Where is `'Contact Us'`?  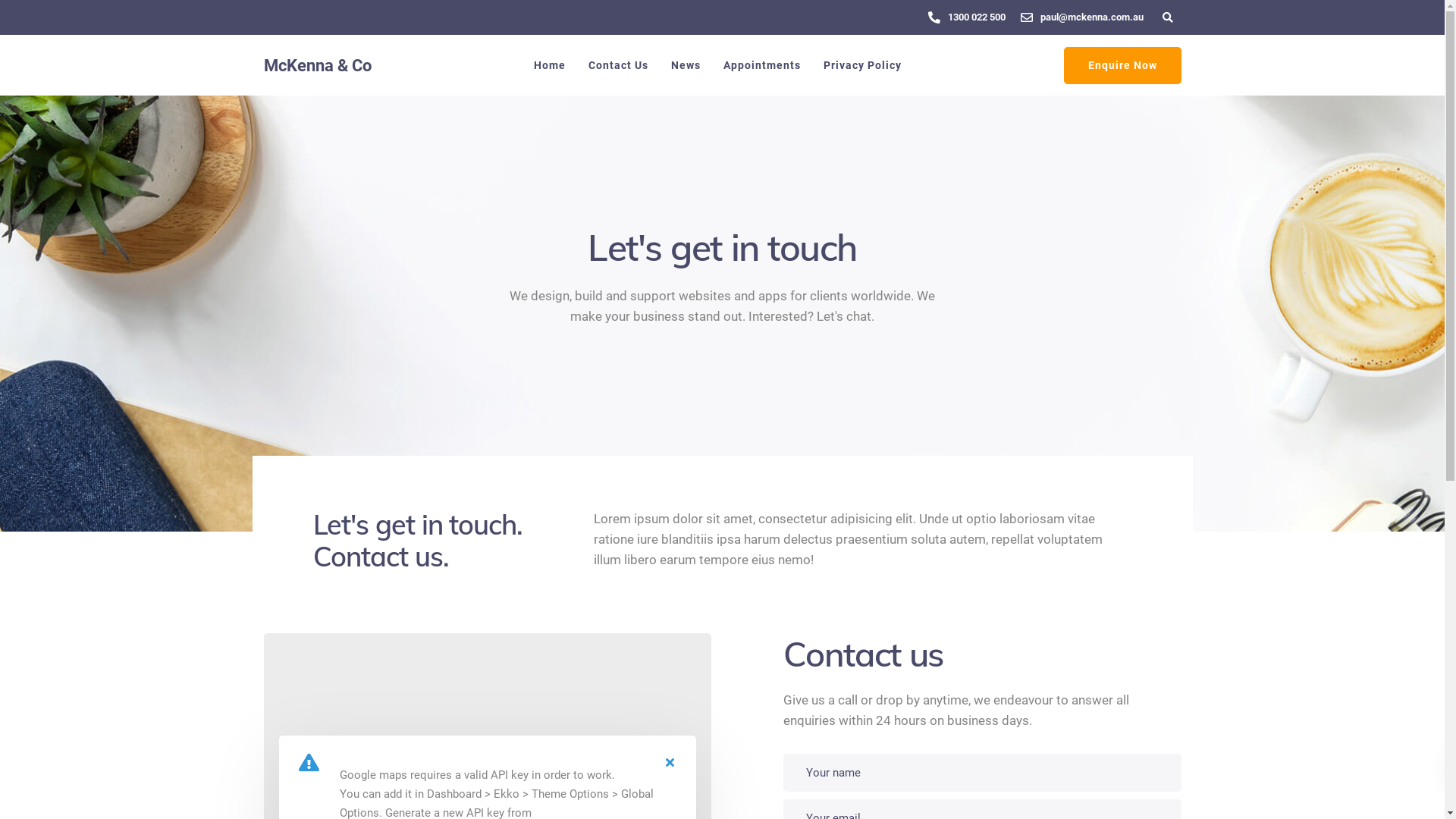
'Contact Us' is located at coordinates (617, 64).